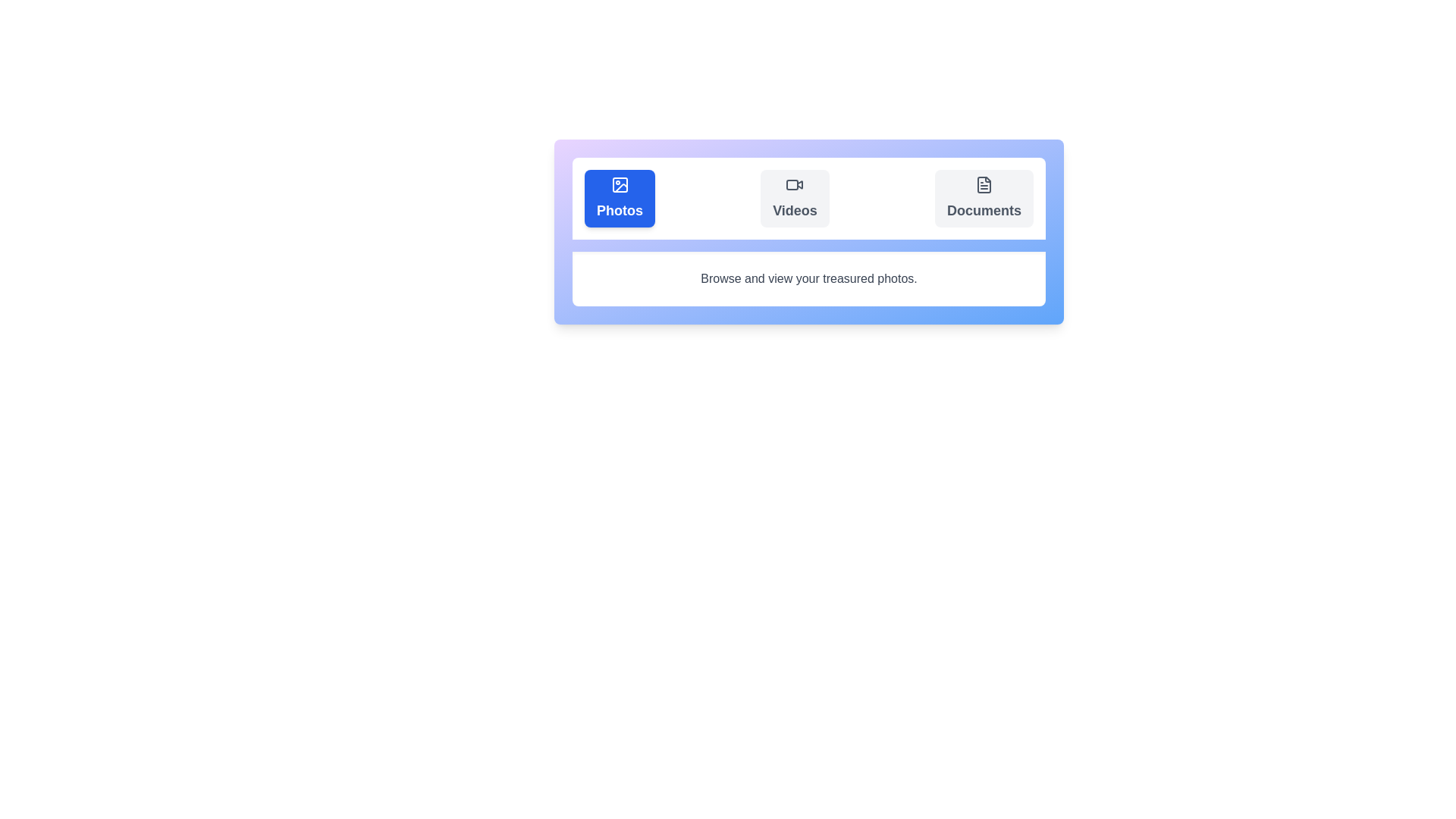 Image resolution: width=1456 pixels, height=819 pixels. What do you see at coordinates (984, 198) in the screenshot?
I see `the third button labeled 'Documents', which features a document icon and a light gray background, to trigger the hover scale effect` at bounding box center [984, 198].